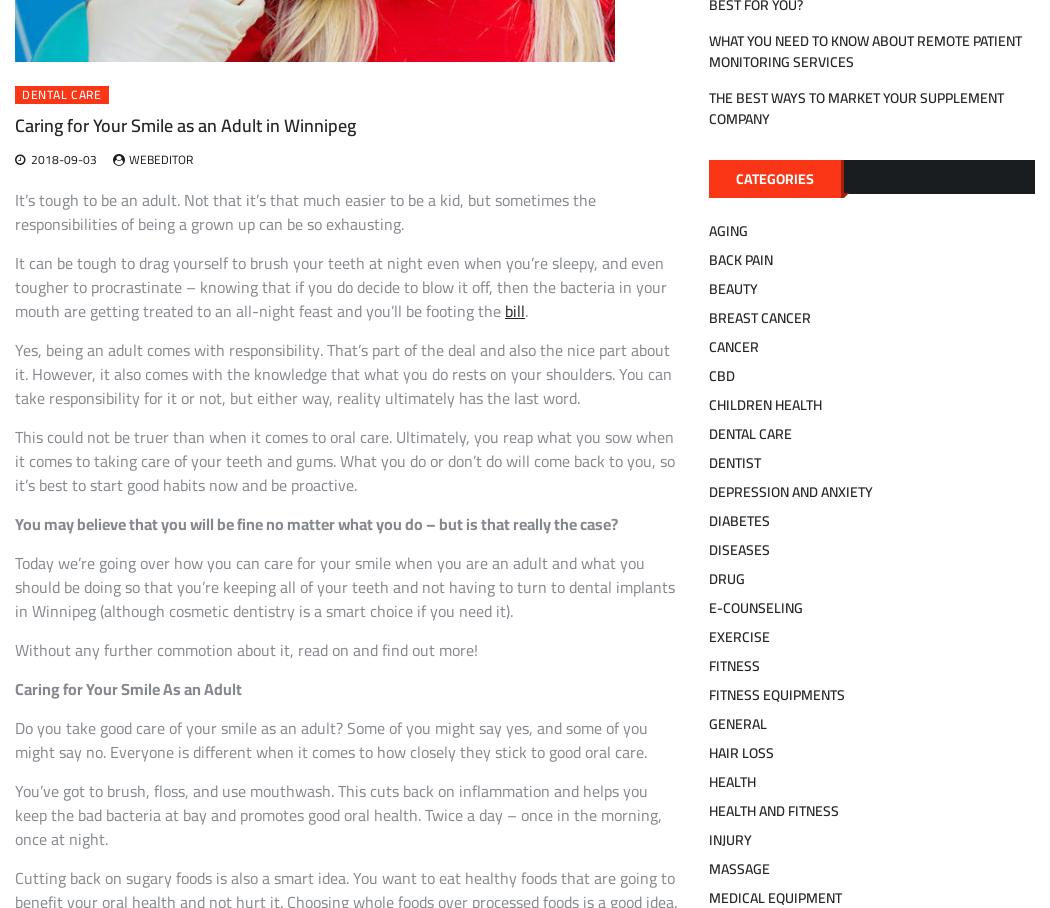 The height and width of the screenshot is (908, 1050). I want to click on 'Depression and Anxiety', so click(708, 491).